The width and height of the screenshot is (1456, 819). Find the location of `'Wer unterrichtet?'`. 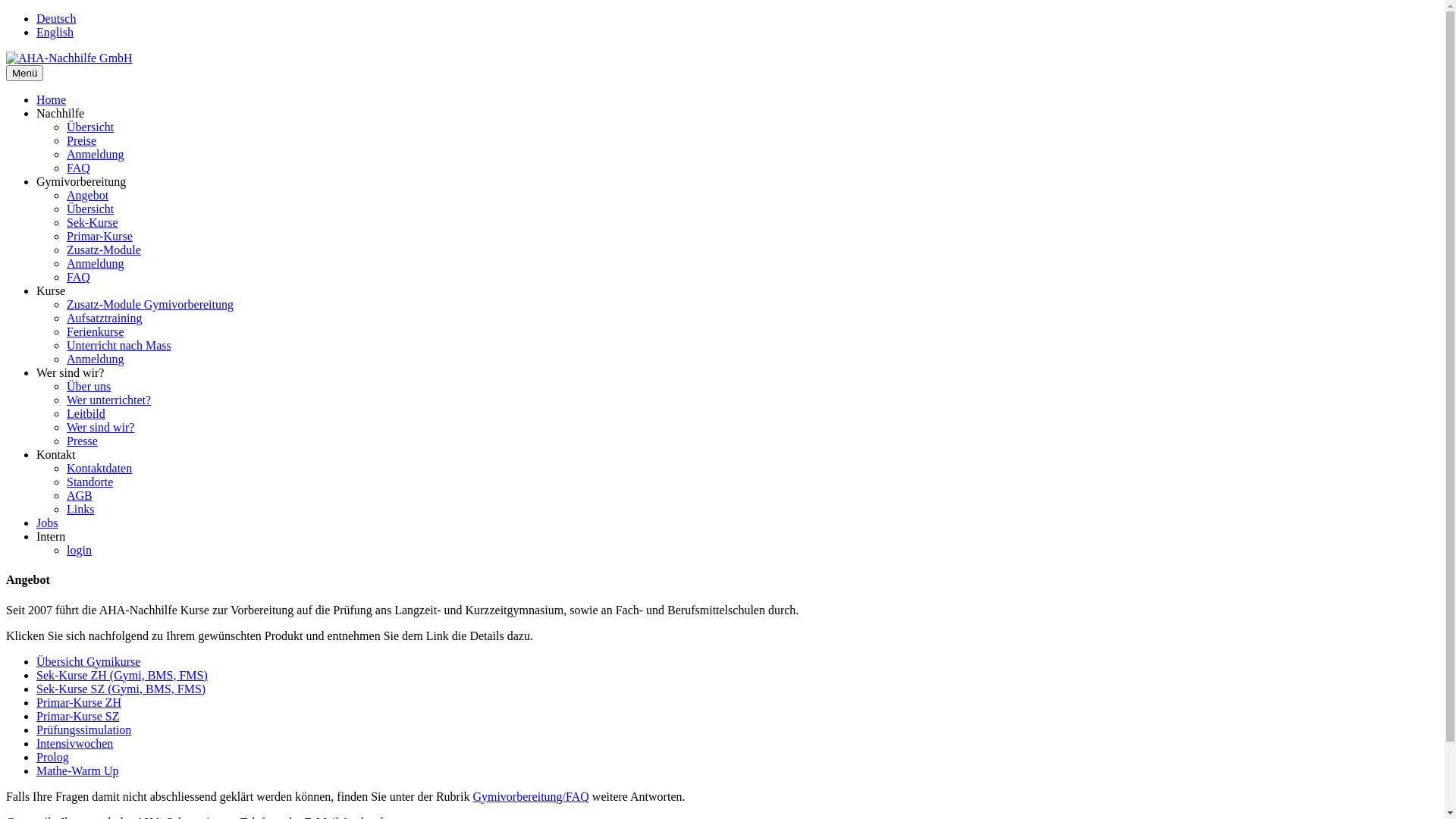

'Wer unterrichtet?' is located at coordinates (108, 399).